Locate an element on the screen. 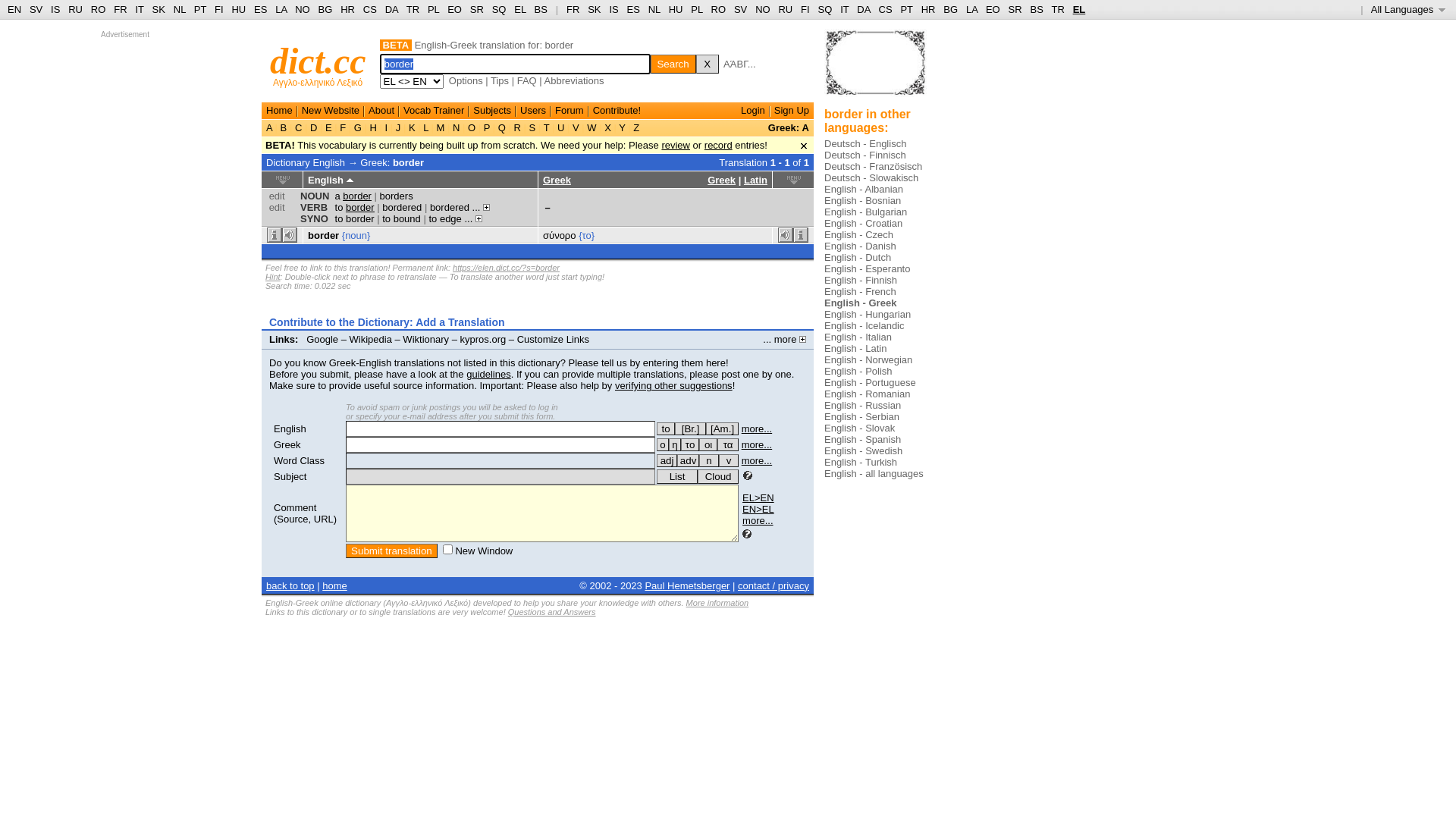 The width and height of the screenshot is (1456, 819). '[Br.]' is located at coordinates (673, 428).